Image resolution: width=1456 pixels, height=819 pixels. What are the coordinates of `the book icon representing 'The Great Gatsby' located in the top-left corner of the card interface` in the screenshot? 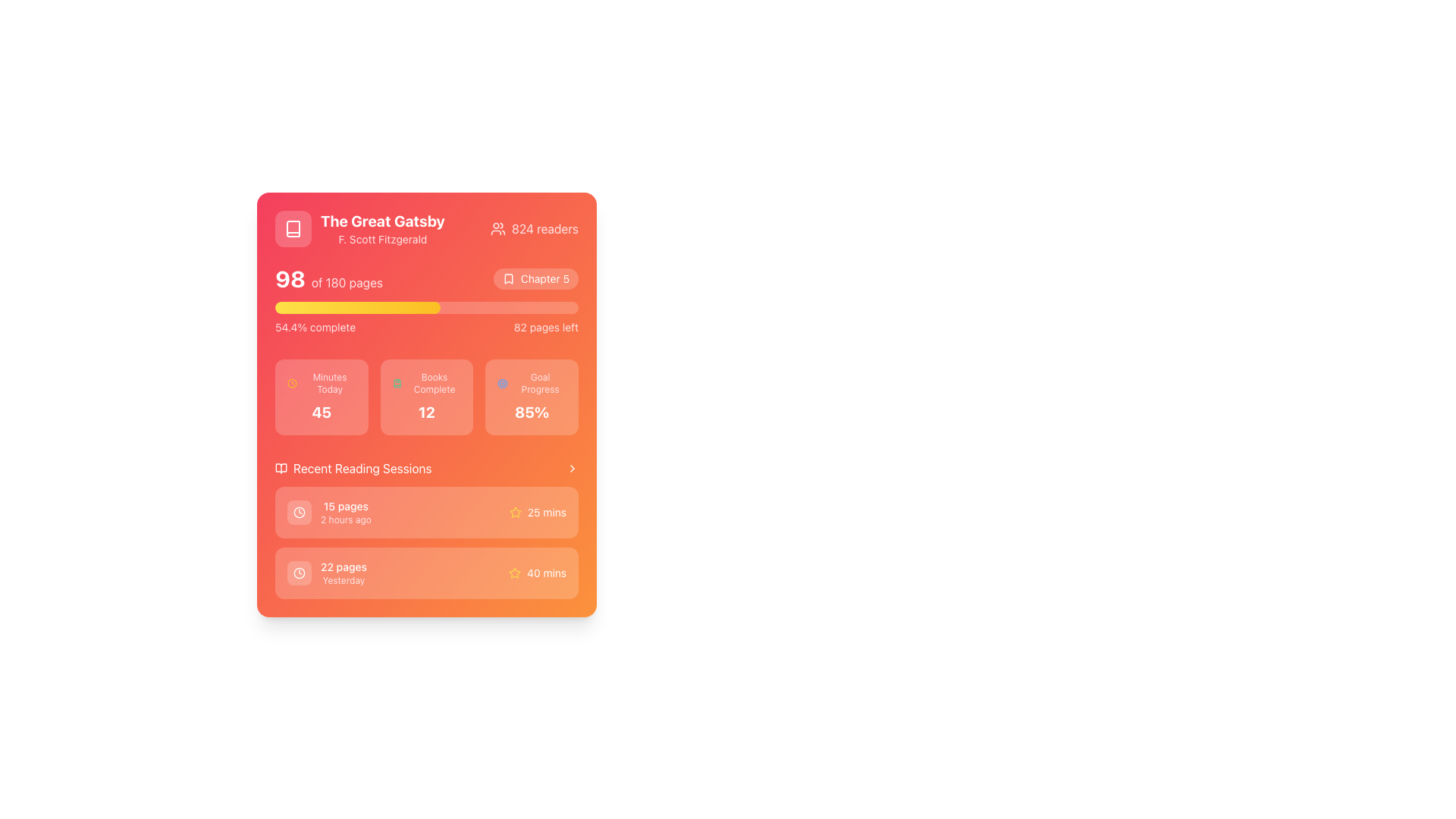 It's located at (293, 228).